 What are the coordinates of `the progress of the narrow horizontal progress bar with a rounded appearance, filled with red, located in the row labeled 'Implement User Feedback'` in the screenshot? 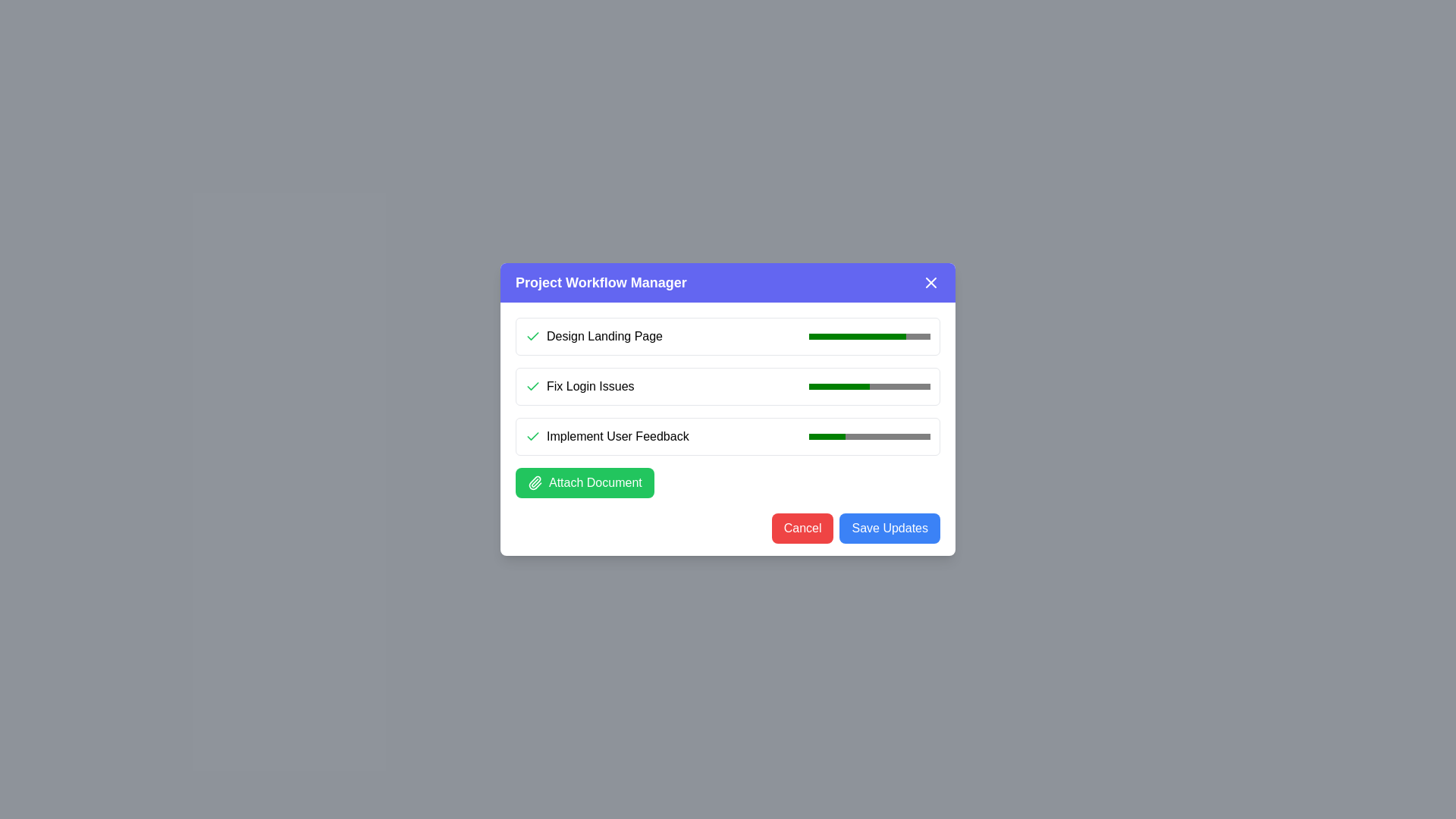 It's located at (870, 436).